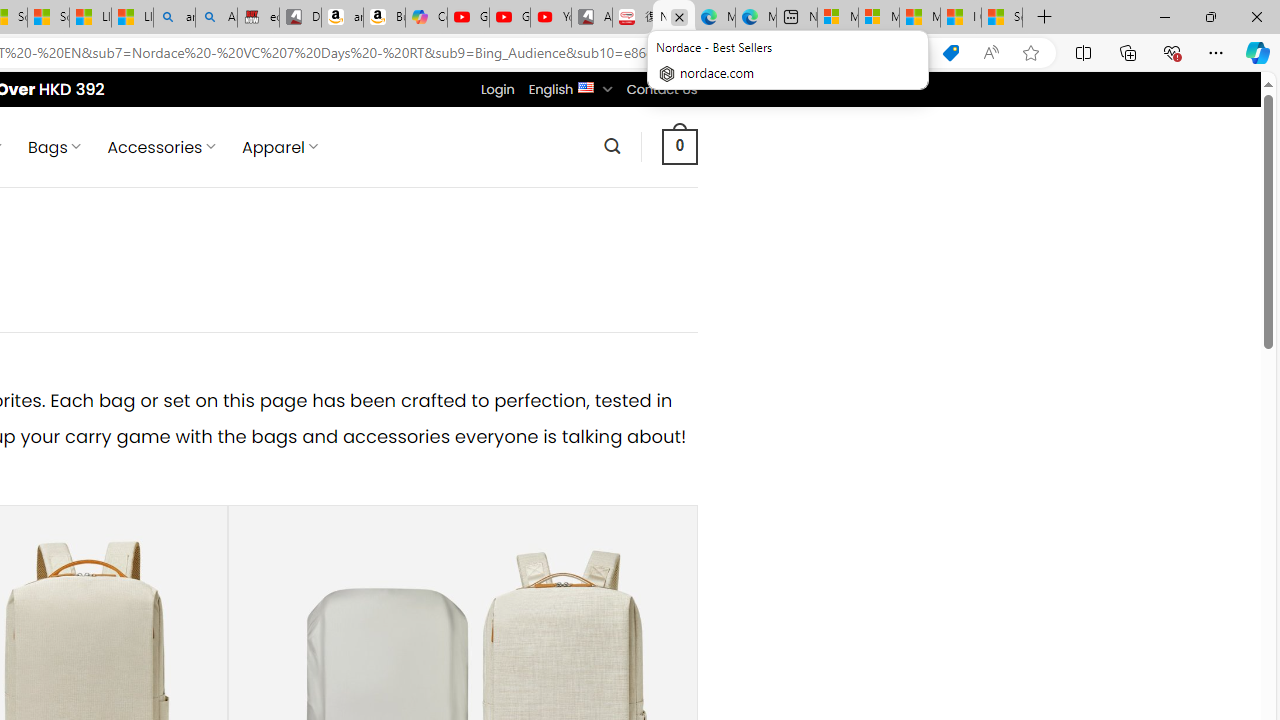 The height and width of the screenshot is (720, 1280). Describe the element at coordinates (551, 17) in the screenshot. I see `'YouTube Kids - An App Created for Kids to Explore Content'` at that location.